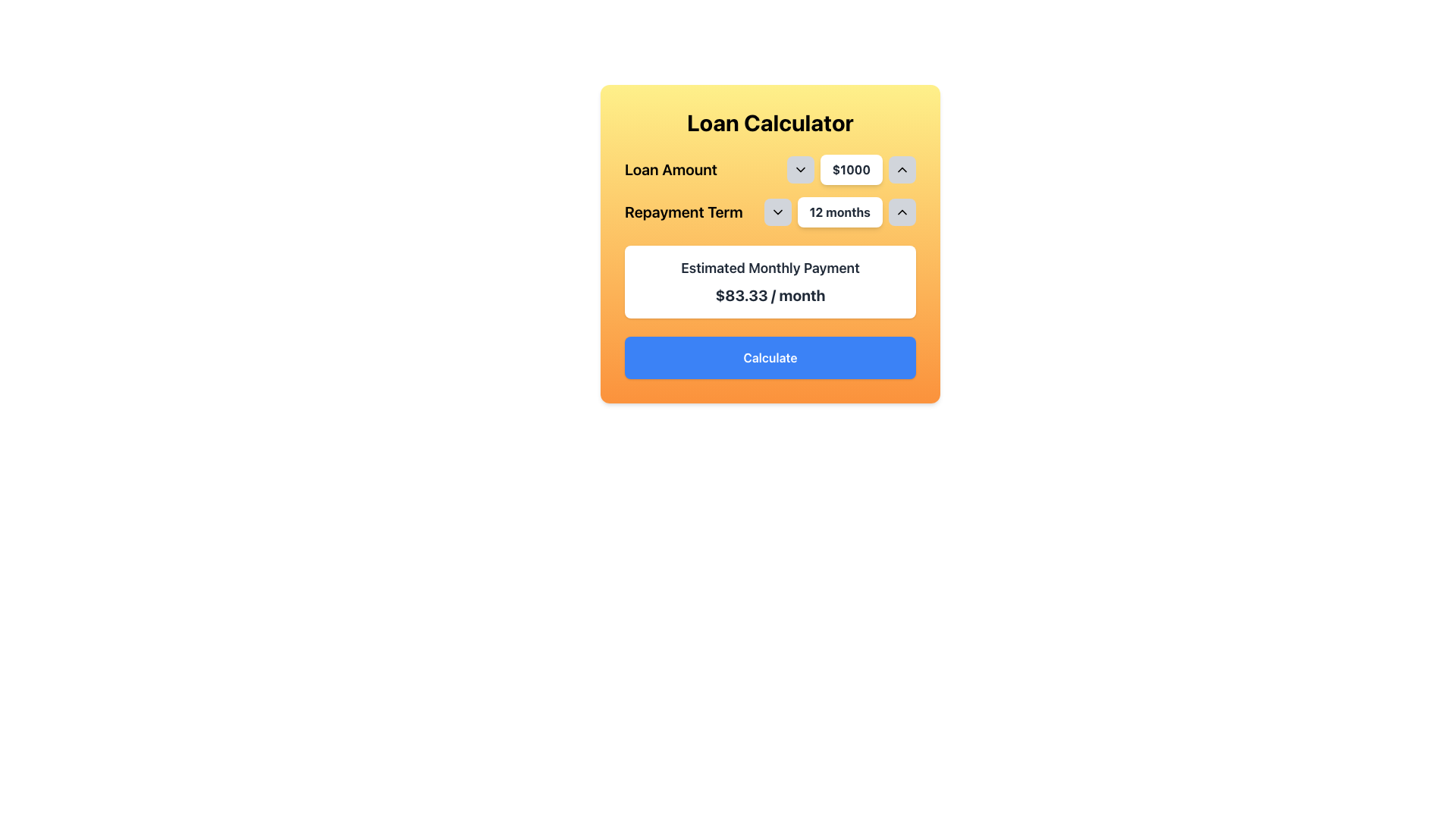 This screenshot has height=819, width=1456. Describe the element at coordinates (777, 212) in the screenshot. I see `the dropdown menu trigger button located to the left of the '12 months' text in the 'Repayment Term' section to observe hover effects` at that location.